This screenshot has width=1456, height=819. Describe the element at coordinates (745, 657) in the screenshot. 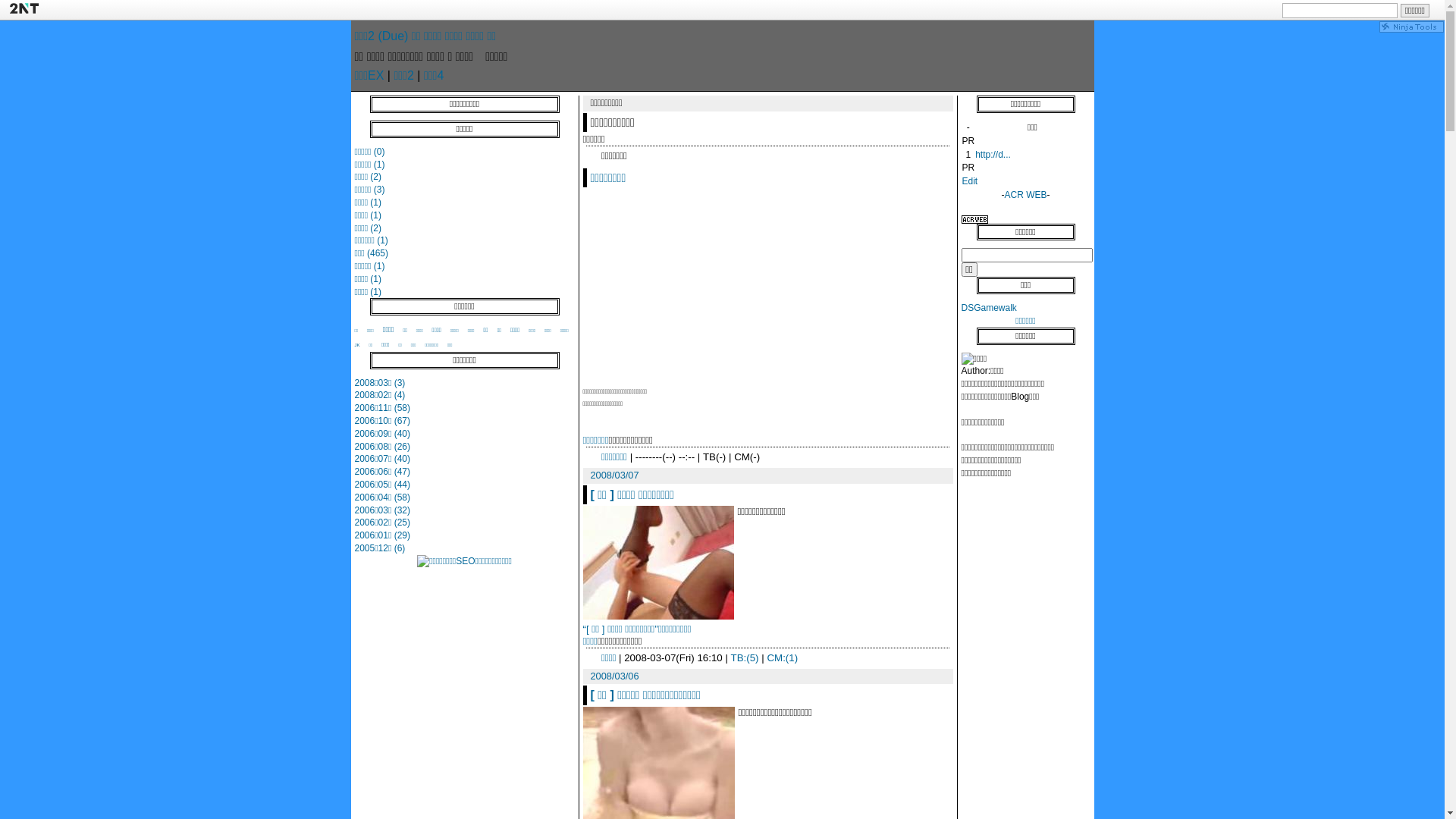

I see `'TB:(5)'` at that location.